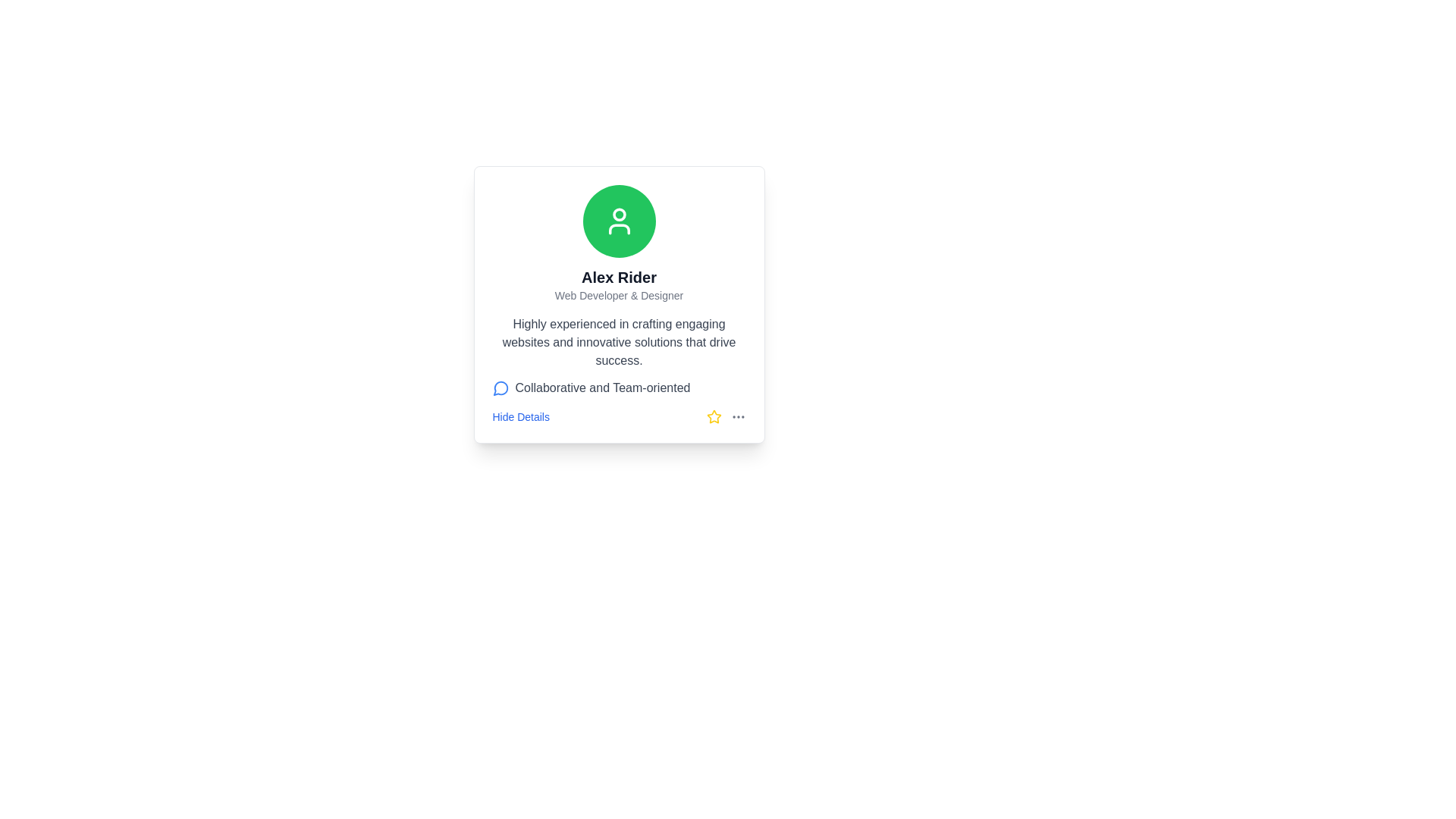 This screenshot has width=1456, height=819. What do you see at coordinates (725, 417) in the screenshot?
I see `the Icon group located at the bottom right corner of the card interface, which consists of a yellow star icon followed by three gray dots` at bounding box center [725, 417].